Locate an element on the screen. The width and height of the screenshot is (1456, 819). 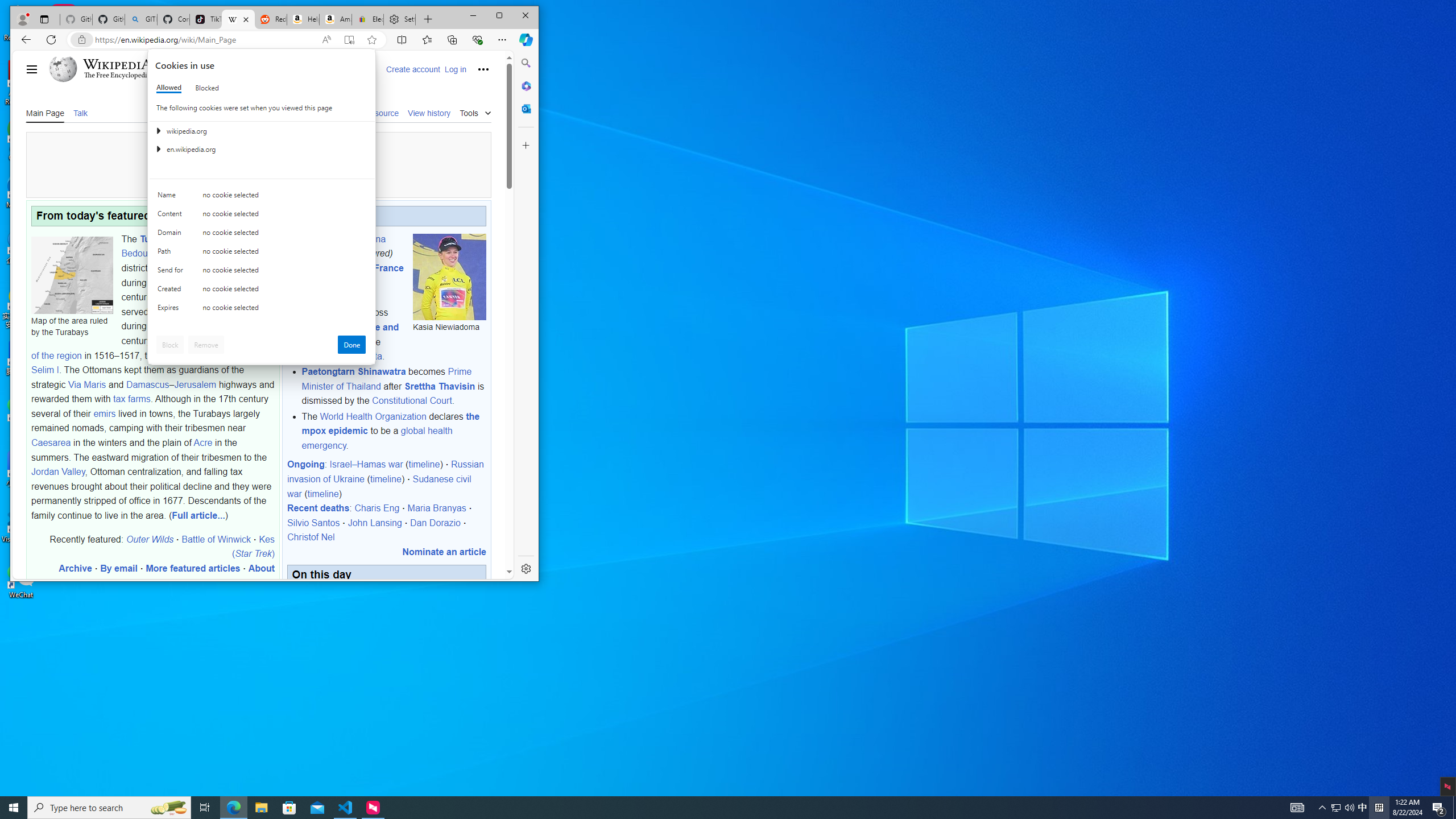
'Block' is located at coordinates (169, 344).